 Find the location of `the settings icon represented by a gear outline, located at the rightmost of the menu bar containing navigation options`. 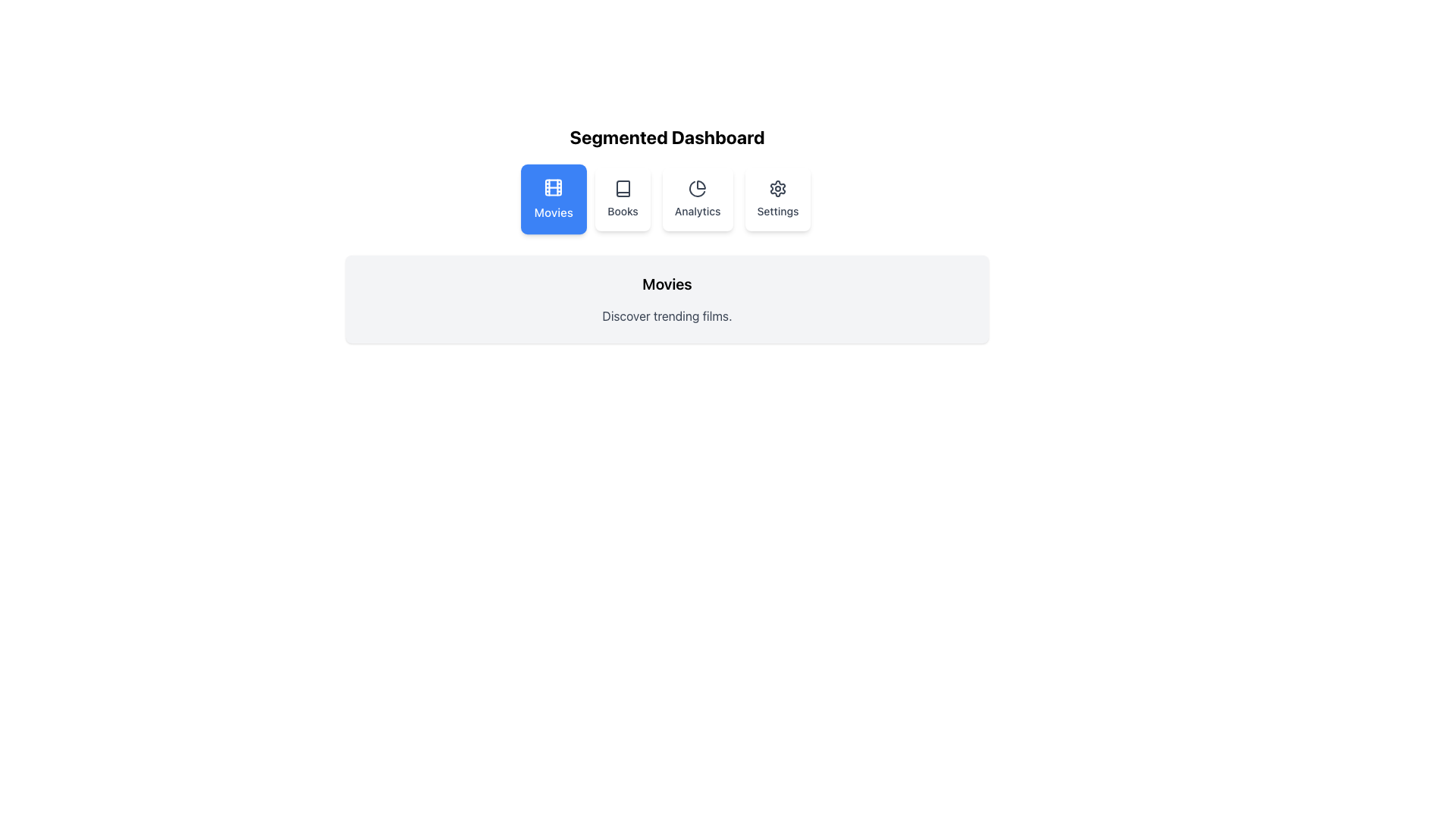

the settings icon represented by a gear outline, located at the rightmost of the menu bar containing navigation options is located at coordinates (778, 188).